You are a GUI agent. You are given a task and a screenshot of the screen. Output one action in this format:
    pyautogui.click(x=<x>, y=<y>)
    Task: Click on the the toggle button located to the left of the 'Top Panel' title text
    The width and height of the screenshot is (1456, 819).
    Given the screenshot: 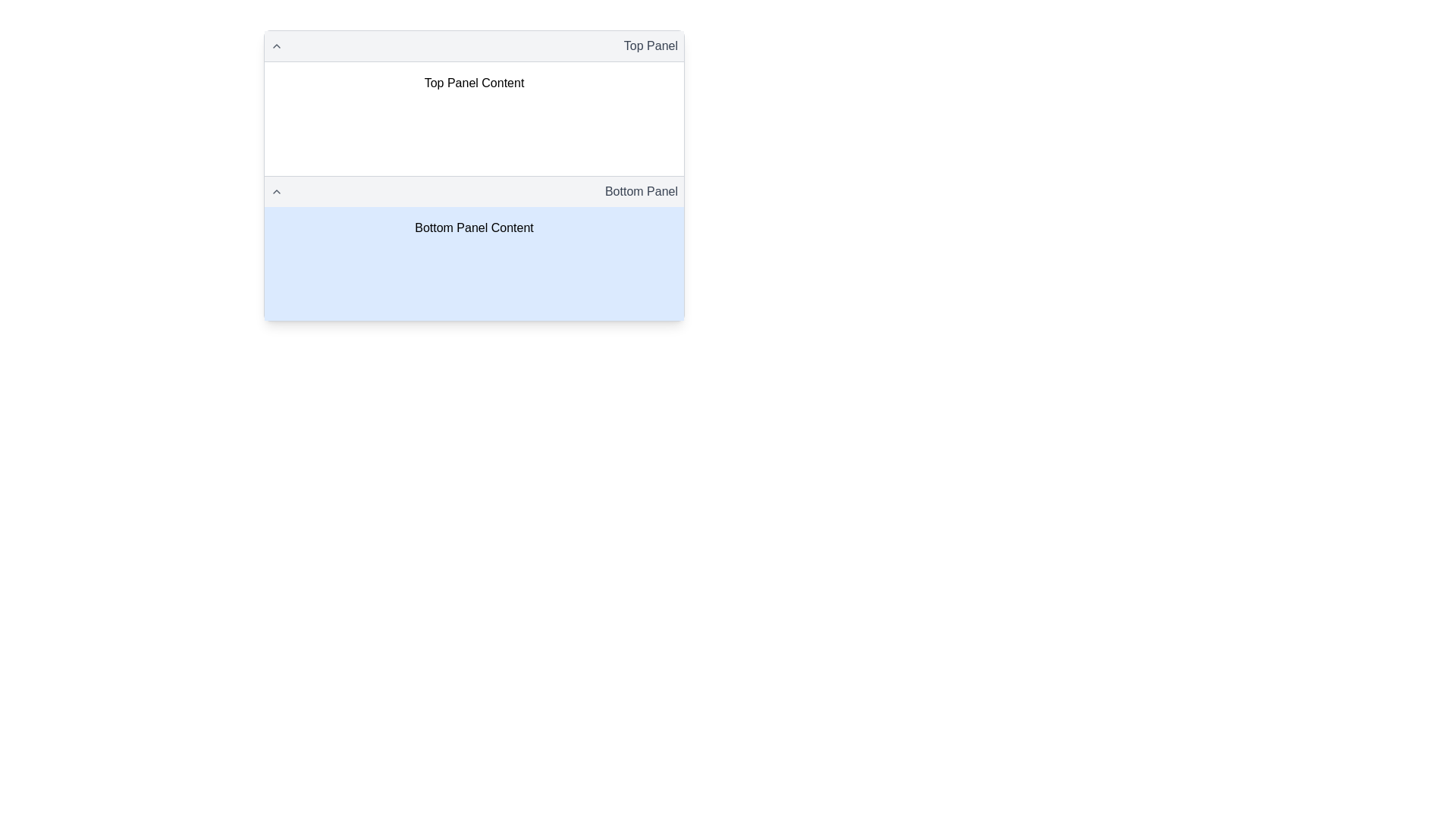 What is the action you would take?
    pyautogui.click(x=276, y=45)
    